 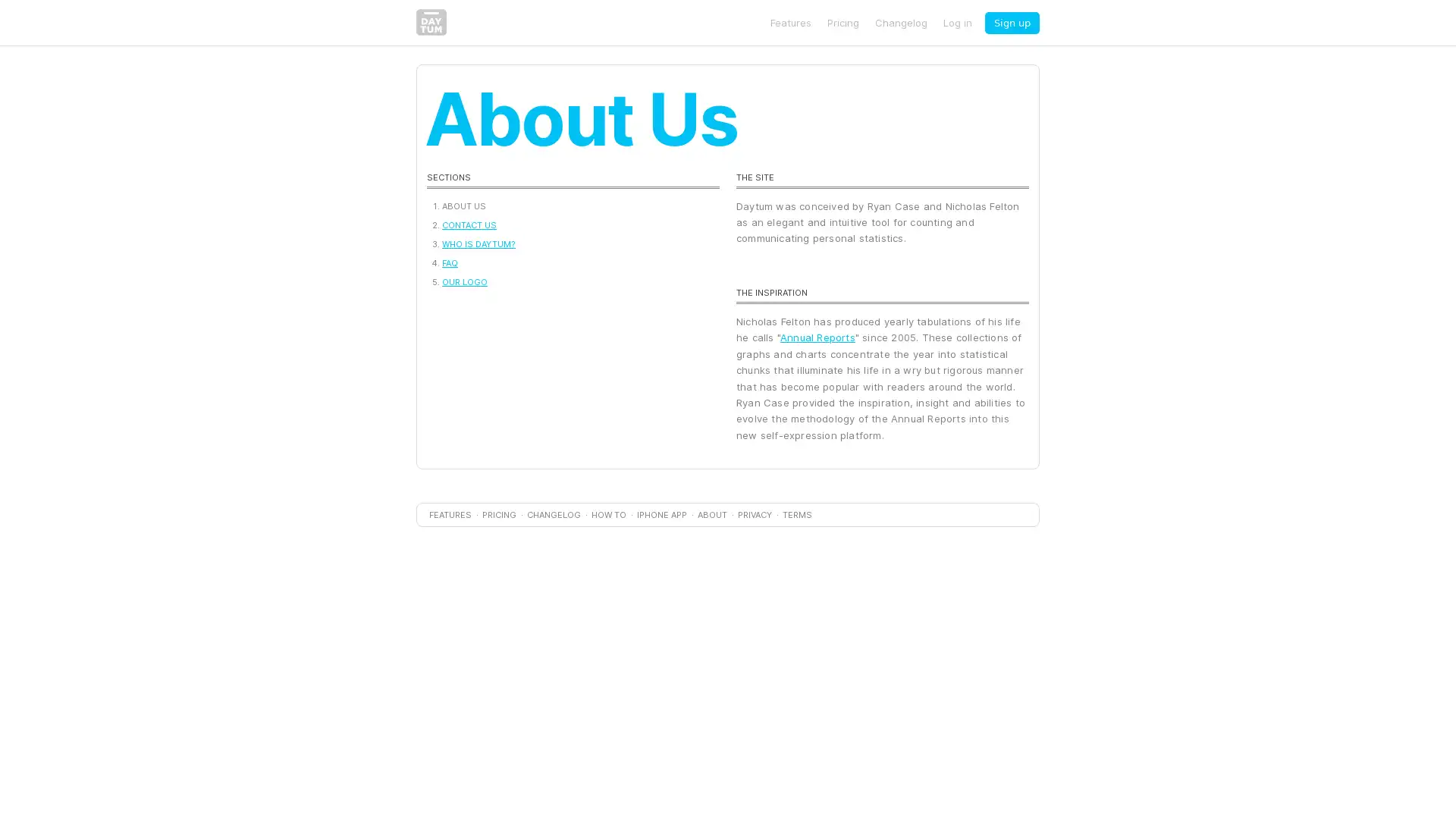 What do you see at coordinates (1012, 22) in the screenshot?
I see `Sign up` at bounding box center [1012, 22].